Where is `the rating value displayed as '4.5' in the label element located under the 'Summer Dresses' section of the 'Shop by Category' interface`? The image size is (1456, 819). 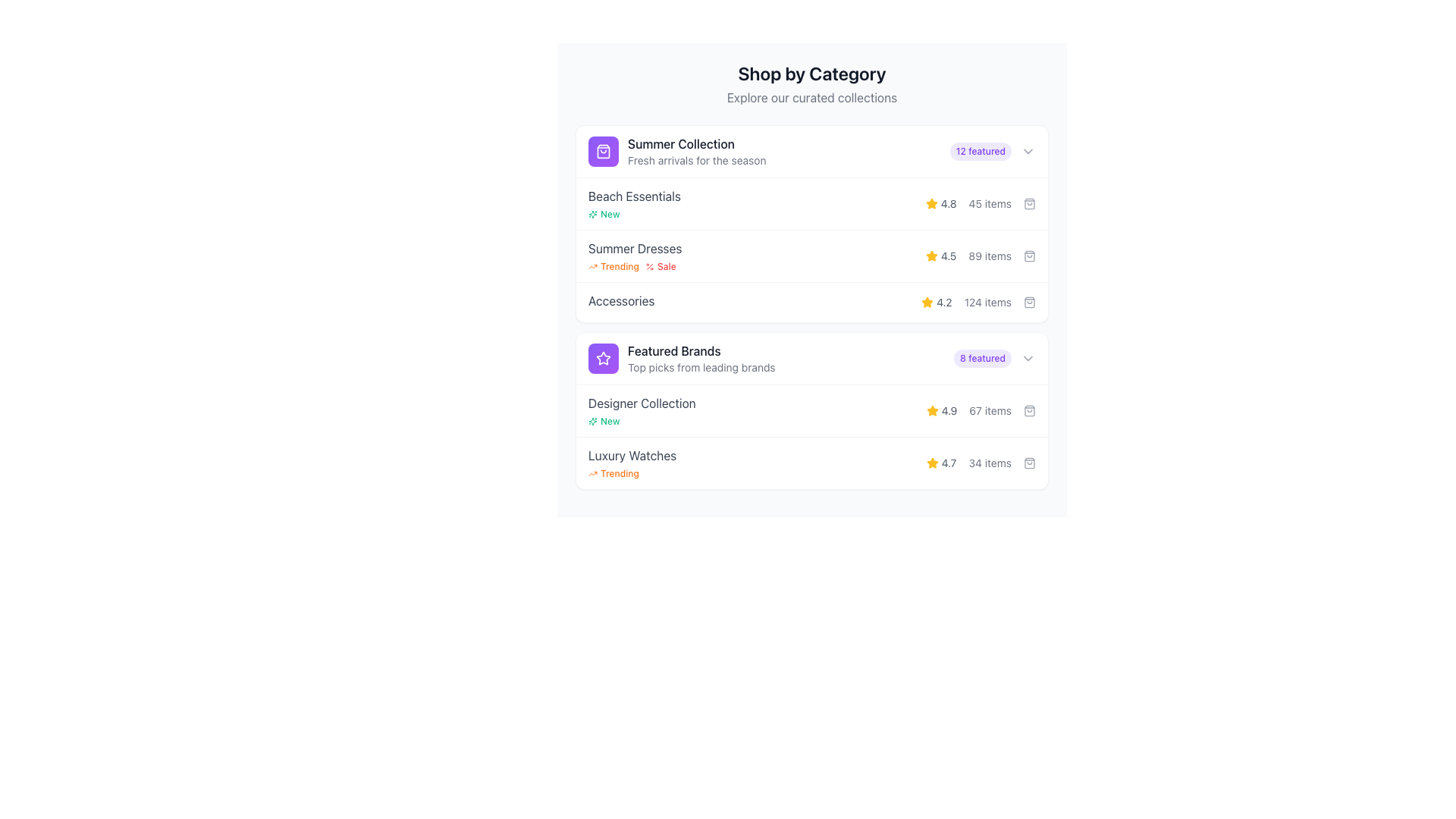 the rating value displayed as '4.5' in the label element located under the 'Summer Dresses' section of the 'Shop by Category' interface is located at coordinates (940, 256).